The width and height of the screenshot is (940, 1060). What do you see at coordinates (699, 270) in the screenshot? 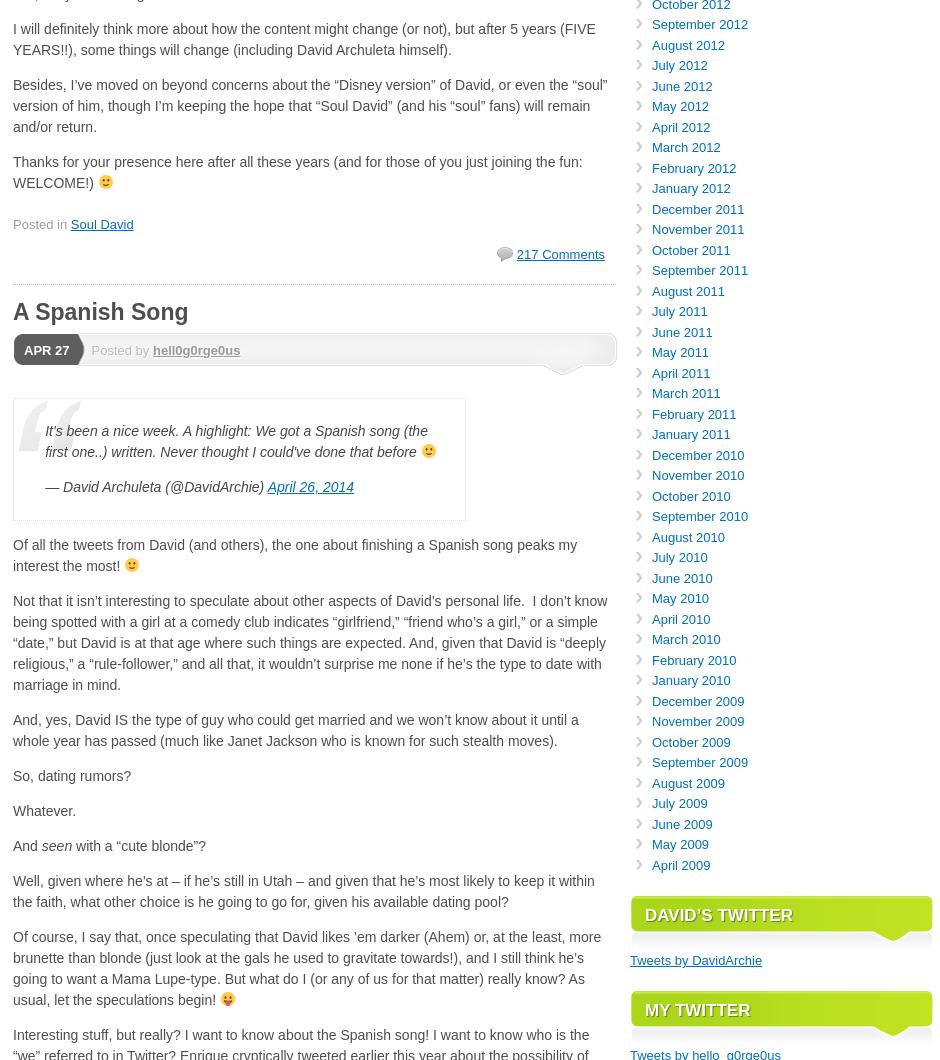
I see `'September 2011'` at bounding box center [699, 270].